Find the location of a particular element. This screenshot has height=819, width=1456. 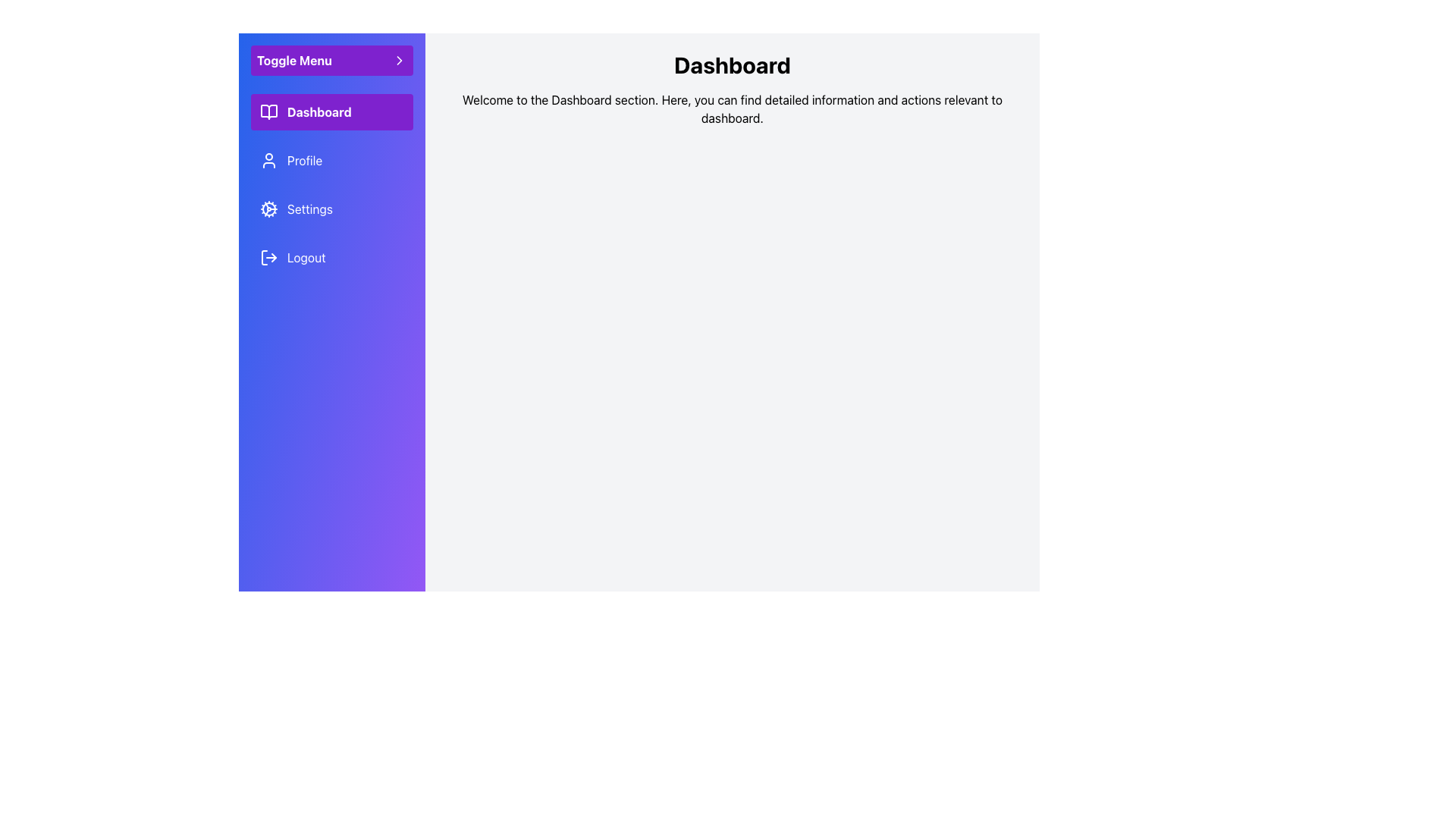

the 'Settings' button in the sidebar is located at coordinates (331, 209).